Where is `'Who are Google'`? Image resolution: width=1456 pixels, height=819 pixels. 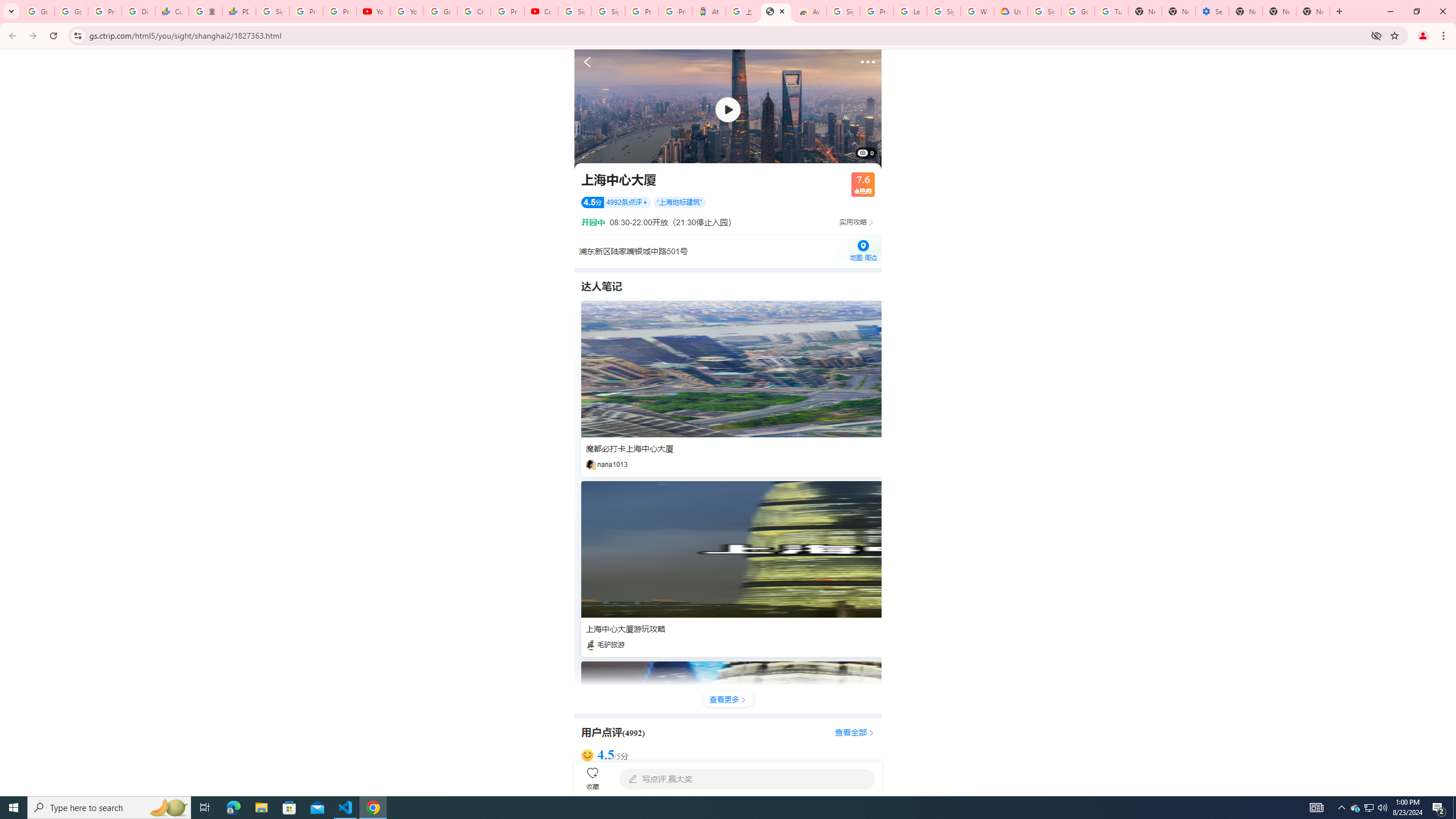
'Who are Google' is located at coordinates (976, 11).